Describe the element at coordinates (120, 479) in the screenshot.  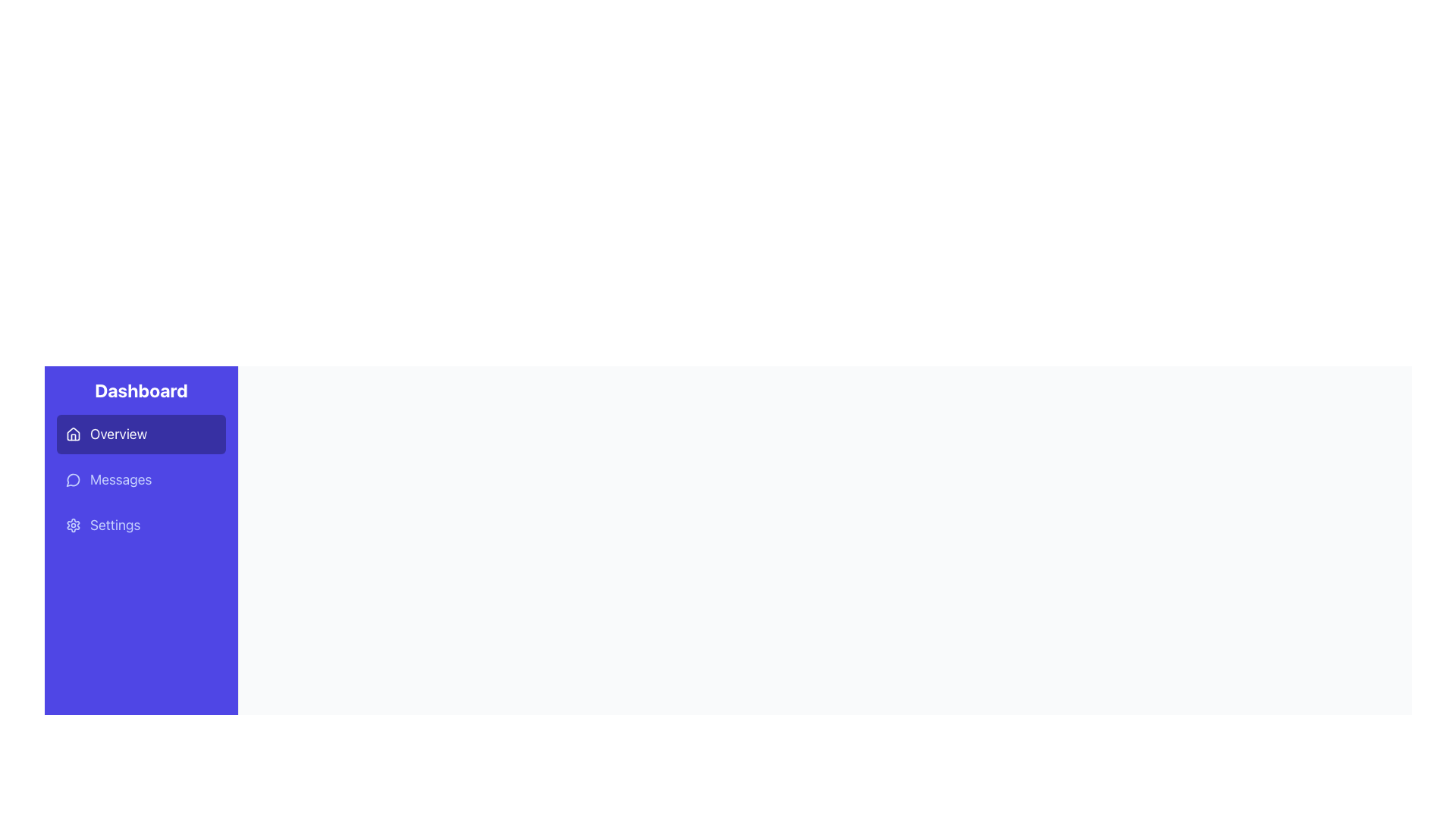
I see `the 'Messages' text label in the navigation menu` at that location.